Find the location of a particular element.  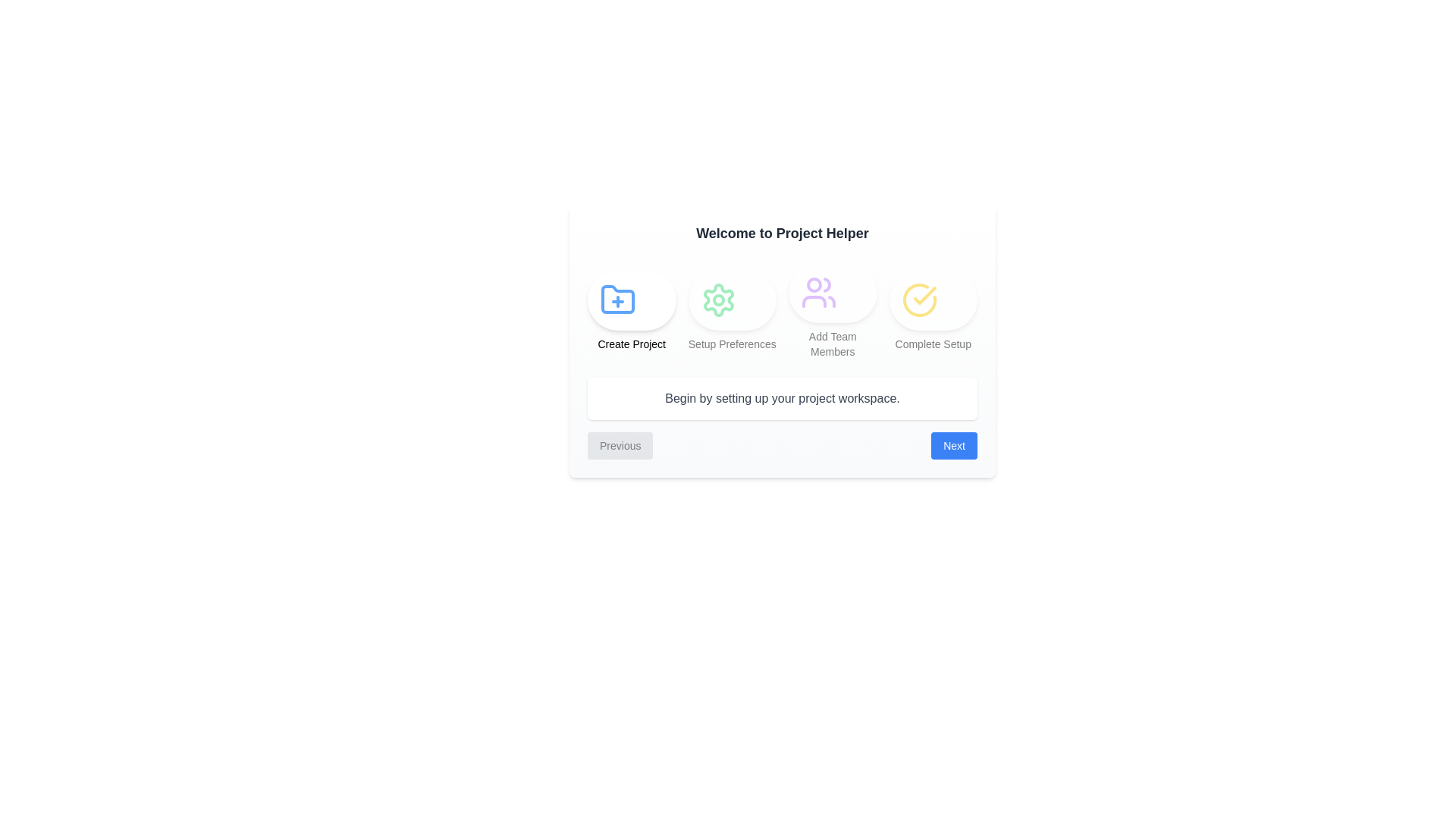

the 'Previous' button to verify its disabled functionality is located at coordinates (620, 444).